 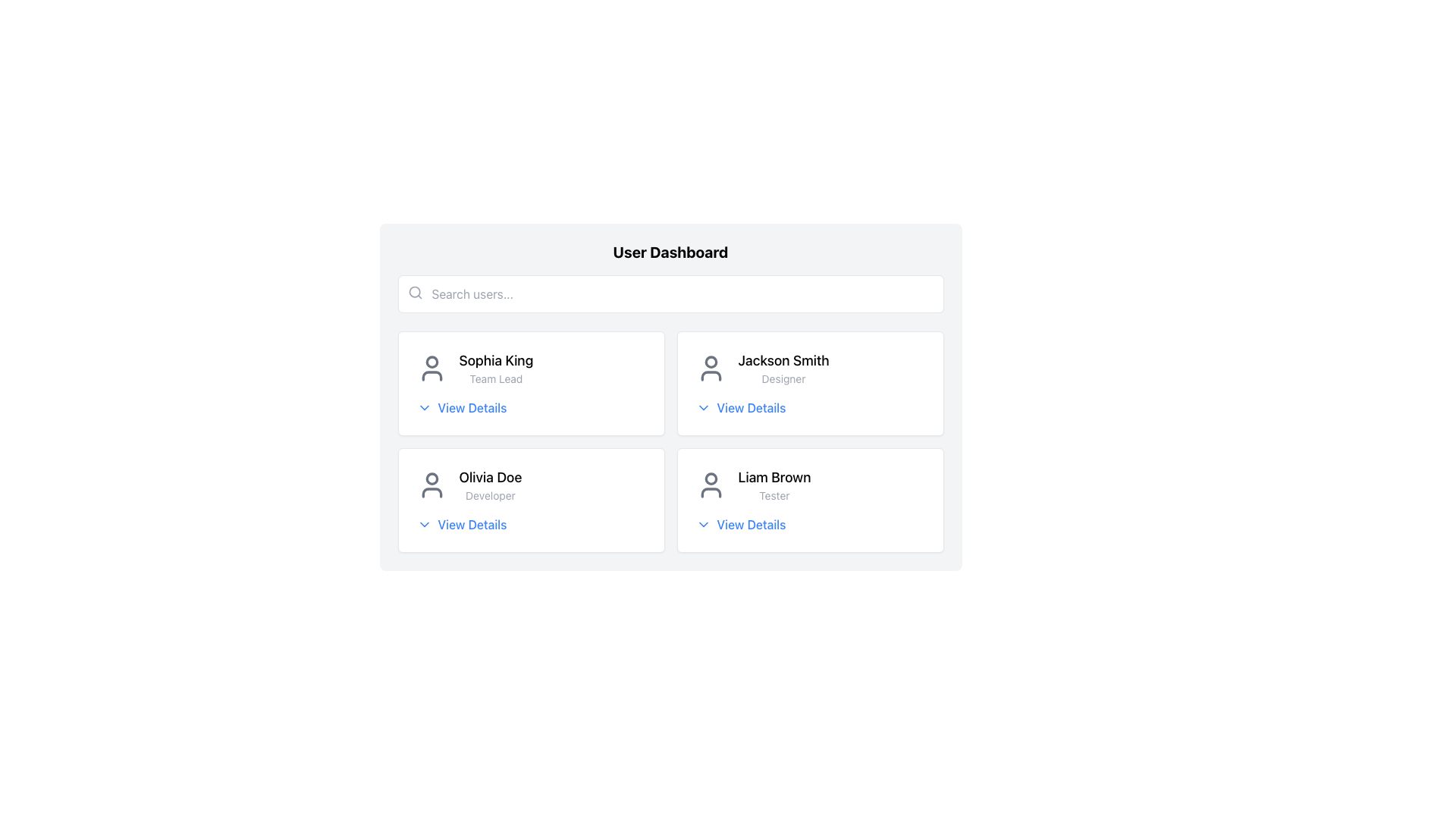 What do you see at coordinates (431, 485) in the screenshot?
I see `the user identification icon for 'Olivia Doe'` at bounding box center [431, 485].